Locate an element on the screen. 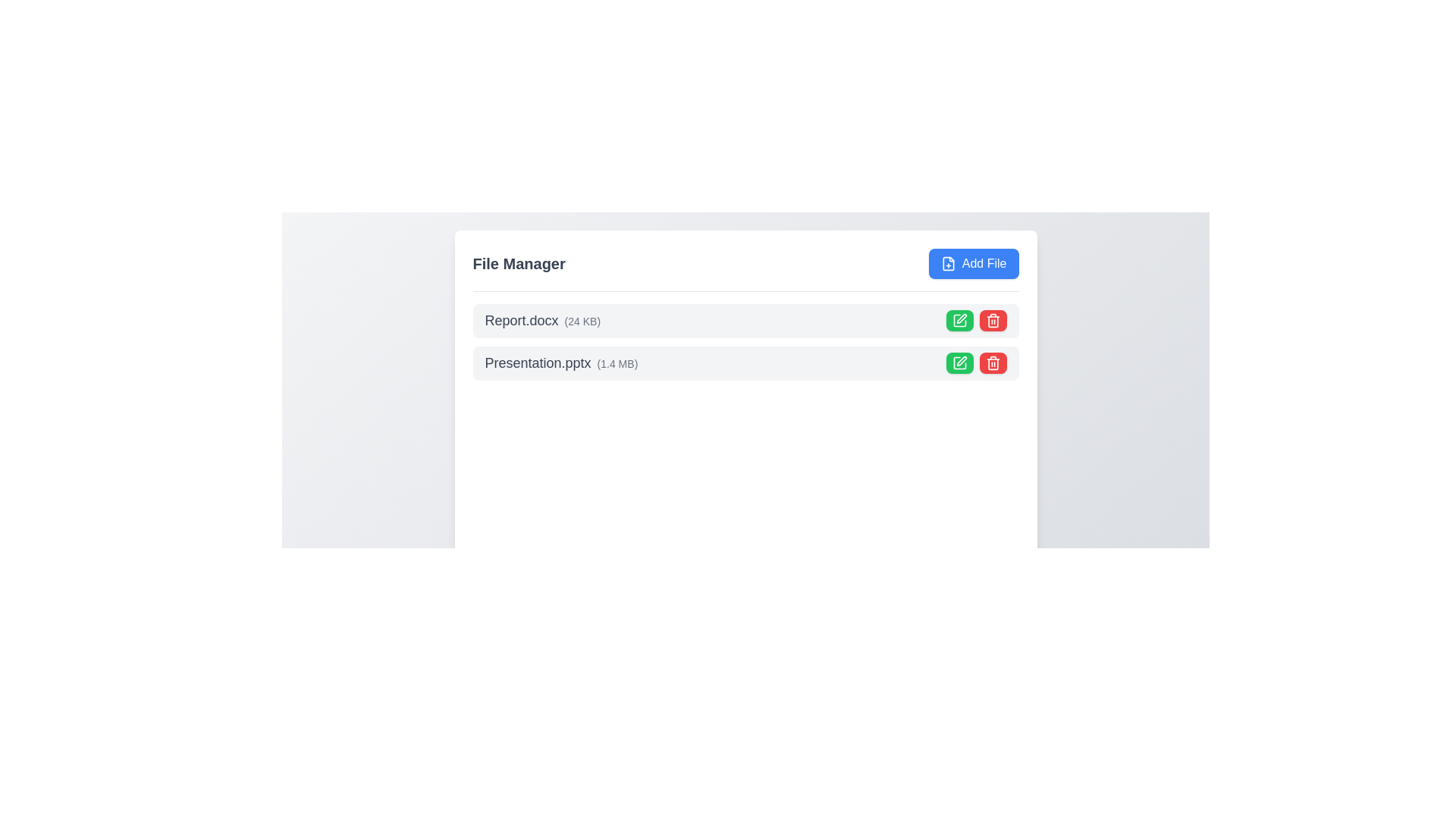 This screenshot has height=819, width=1456. the leftmost green button next to the 'Report.docx' file label is located at coordinates (959, 320).